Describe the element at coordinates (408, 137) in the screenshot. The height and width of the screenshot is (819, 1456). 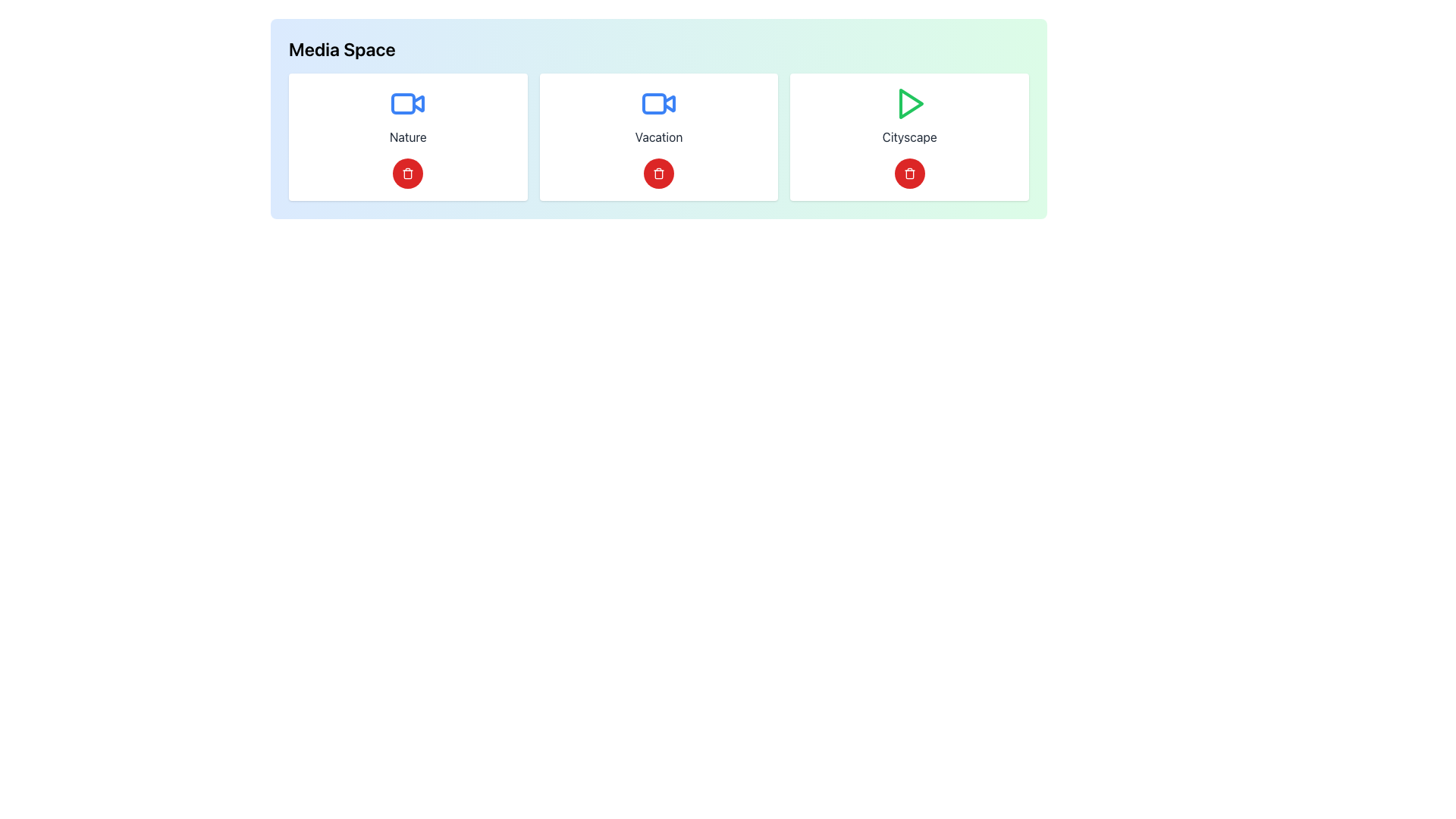
I see `the text label displaying 'Nature', located in the first card of the grid, positioned below the video icon and above the red circular button with a trash icon` at that location.